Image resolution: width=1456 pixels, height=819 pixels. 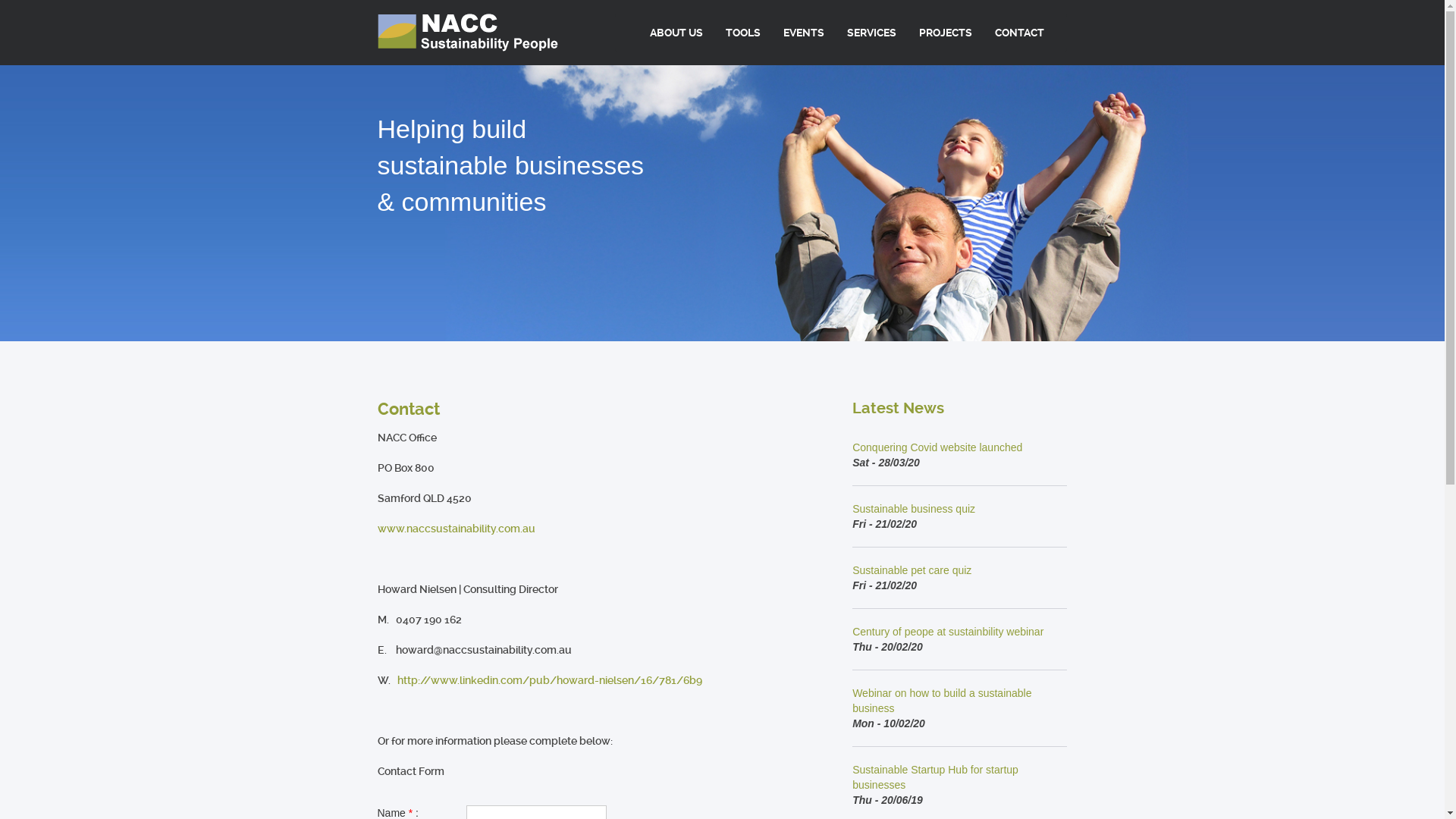 What do you see at coordinates (912, 509) in the screenshot?
I see `'Sustainable business quiz'` at bounding box center [912, 509].